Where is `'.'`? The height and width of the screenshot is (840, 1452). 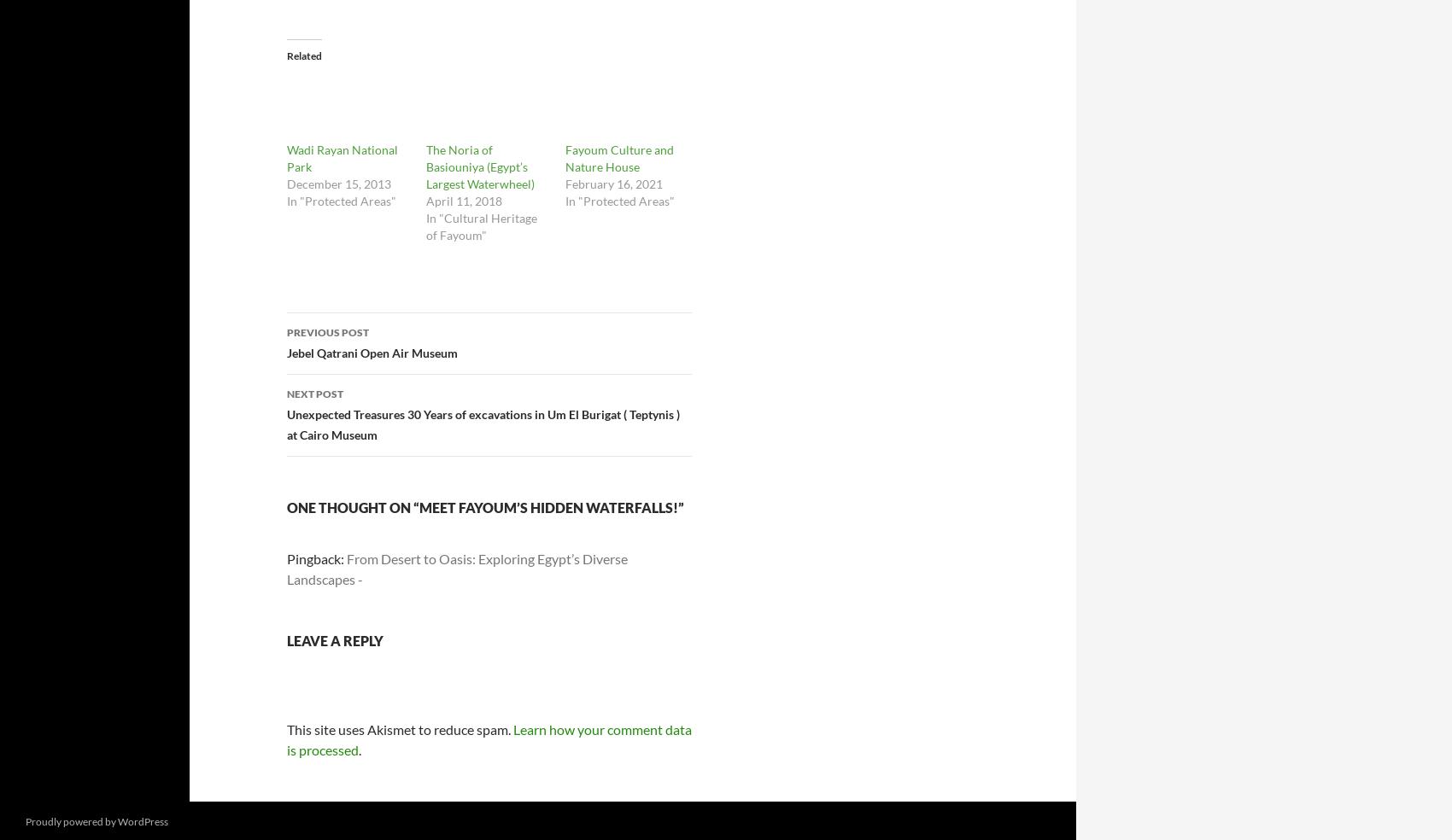
'.' is located at coordinates (359, 749).